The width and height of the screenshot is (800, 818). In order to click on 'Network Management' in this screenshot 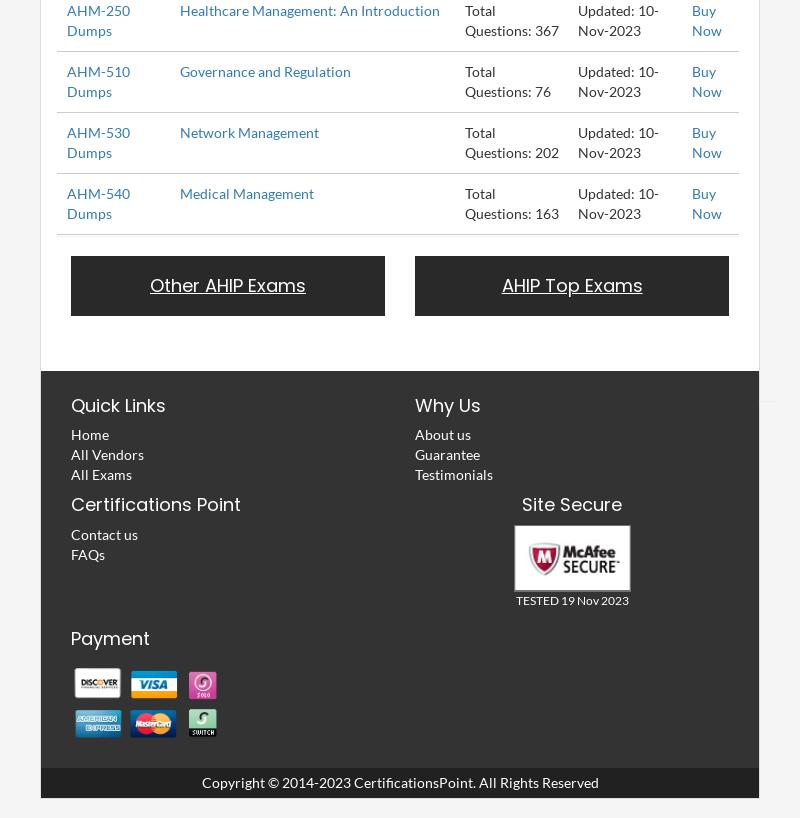, I will do `click(179, 131)`.